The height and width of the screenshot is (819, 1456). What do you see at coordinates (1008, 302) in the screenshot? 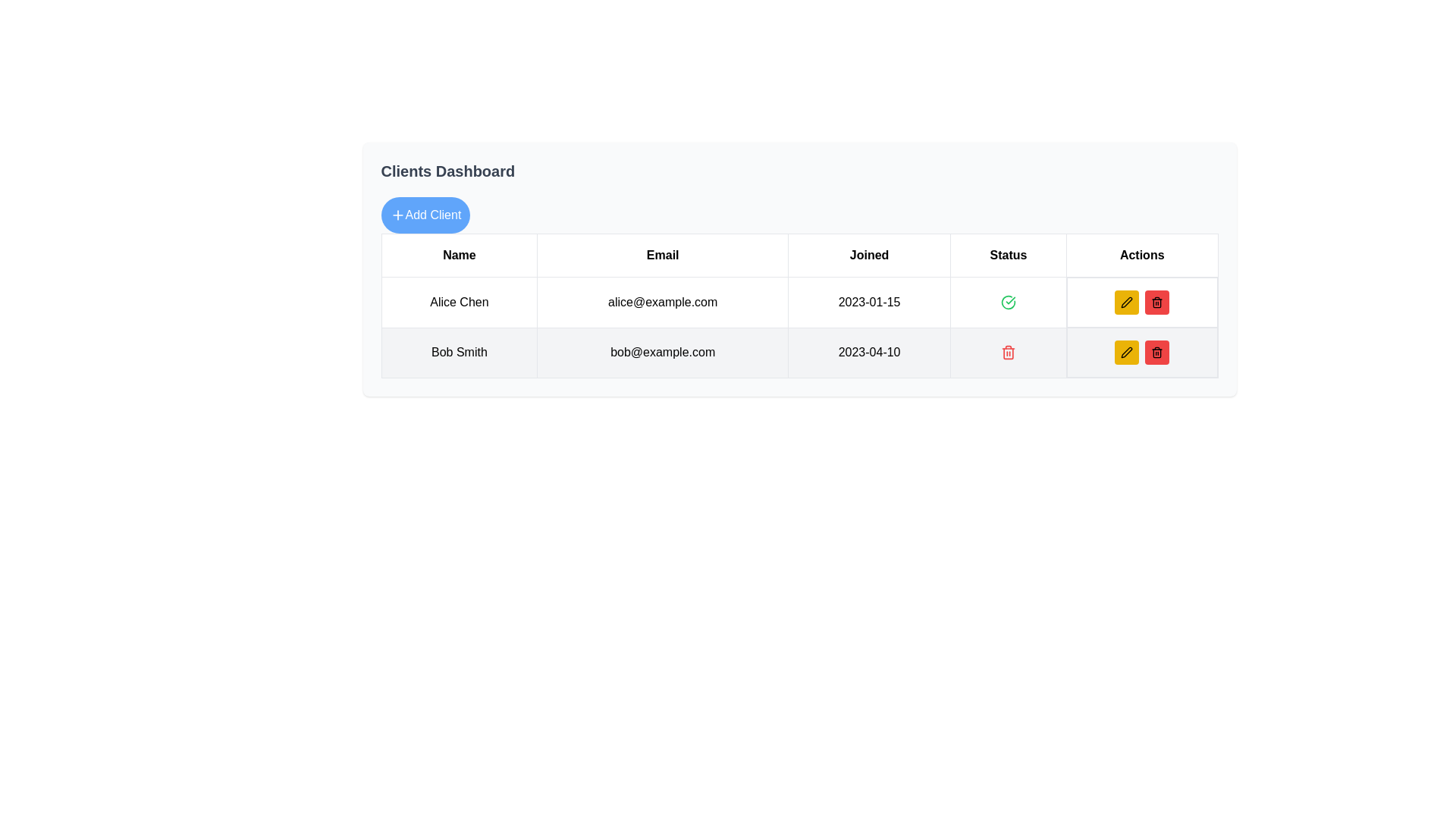
I see `the checkmark icon in the 'Status' column for user 'Alice Chen', which represents an approved status` at bounding box center [1008, 302].